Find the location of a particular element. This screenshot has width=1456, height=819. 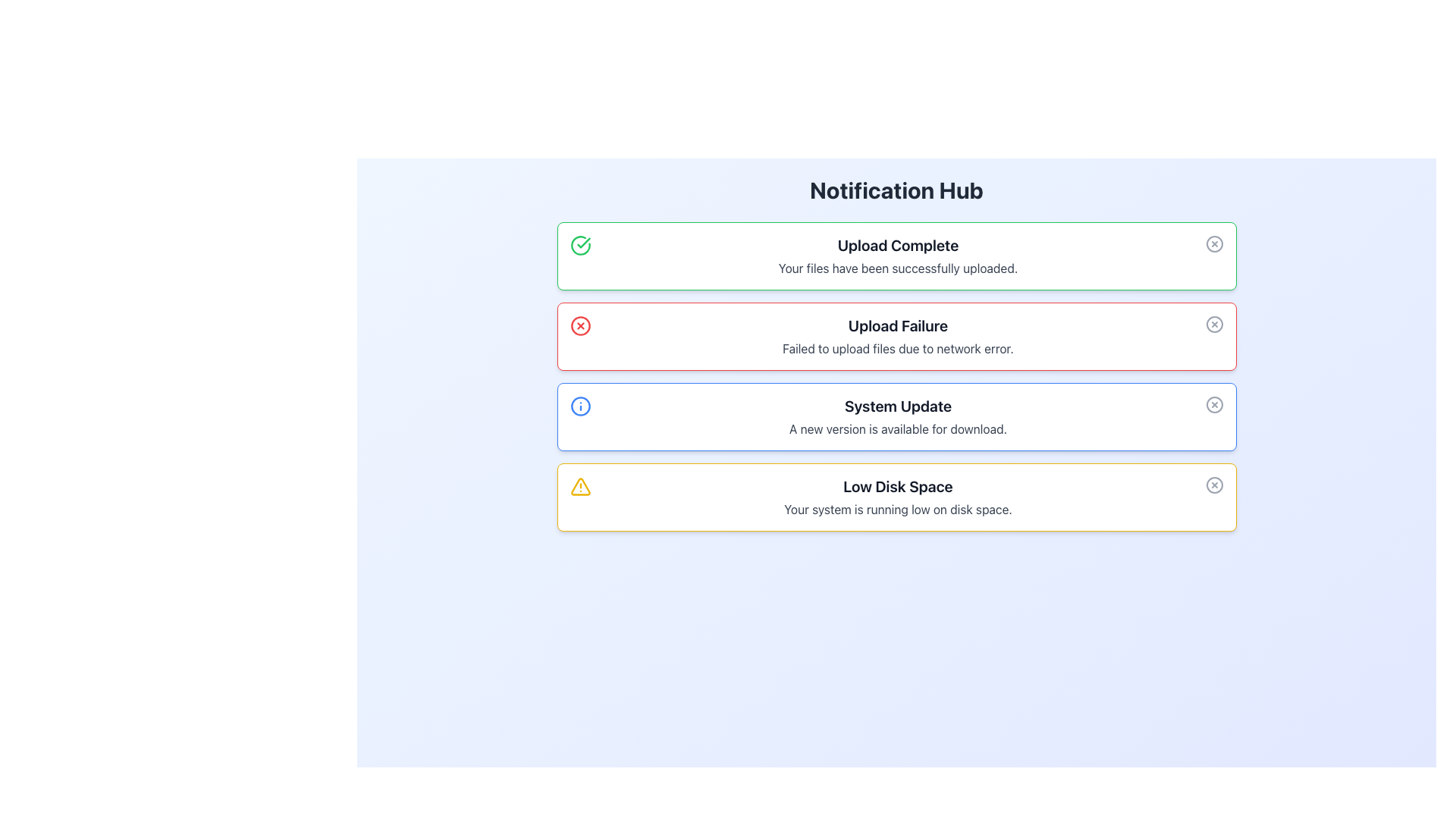

the circular dismiss button with a cross (X) in the top-right corner of the 'Upload Failure' notification card is located at coordinates (1214, 324).